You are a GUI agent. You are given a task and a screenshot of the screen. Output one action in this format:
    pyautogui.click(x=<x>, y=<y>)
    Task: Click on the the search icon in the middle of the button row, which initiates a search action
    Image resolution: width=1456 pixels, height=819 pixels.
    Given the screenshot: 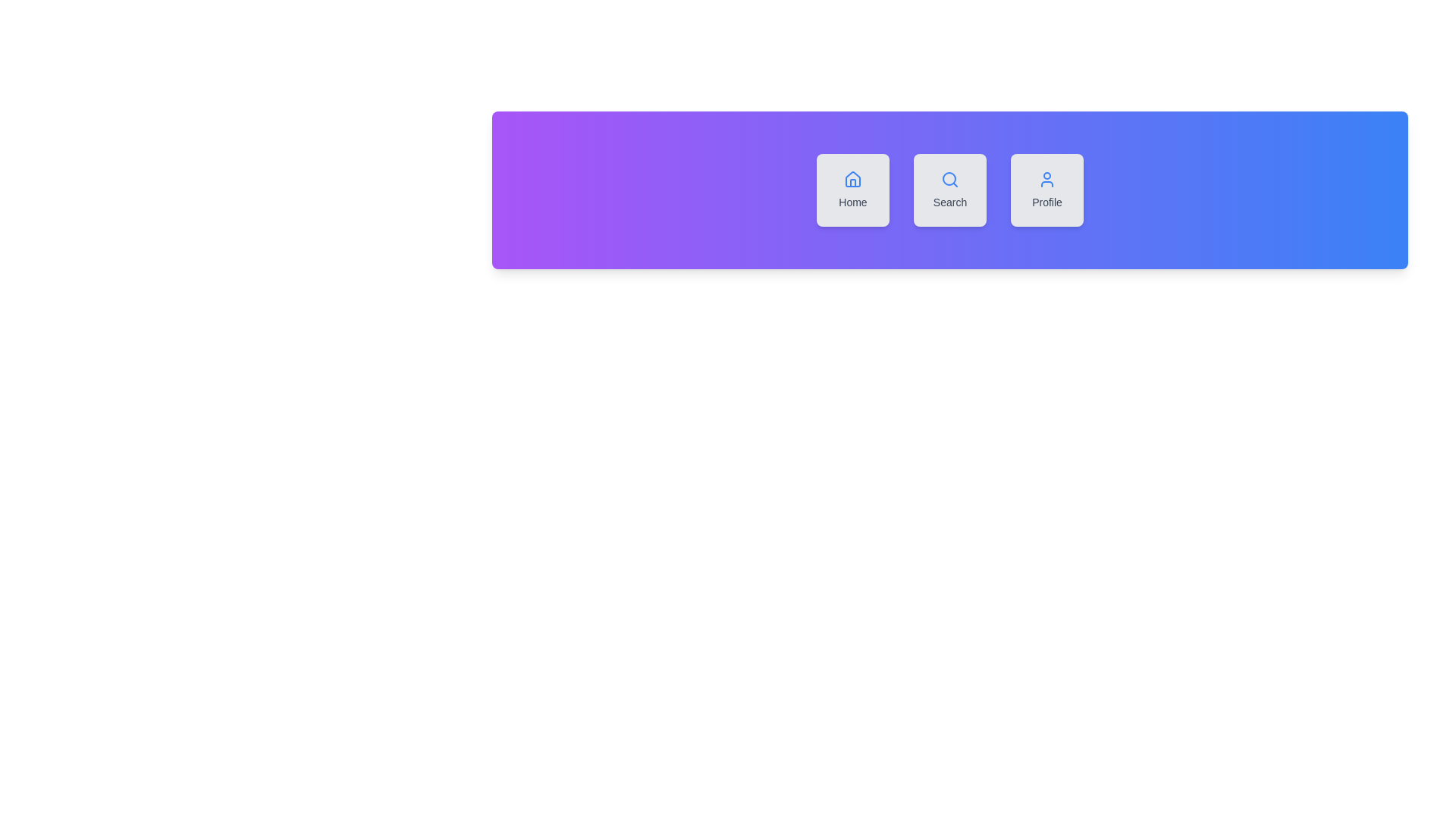 What is the action you would take?
    pyautogui.click(x=949, y=178)
    